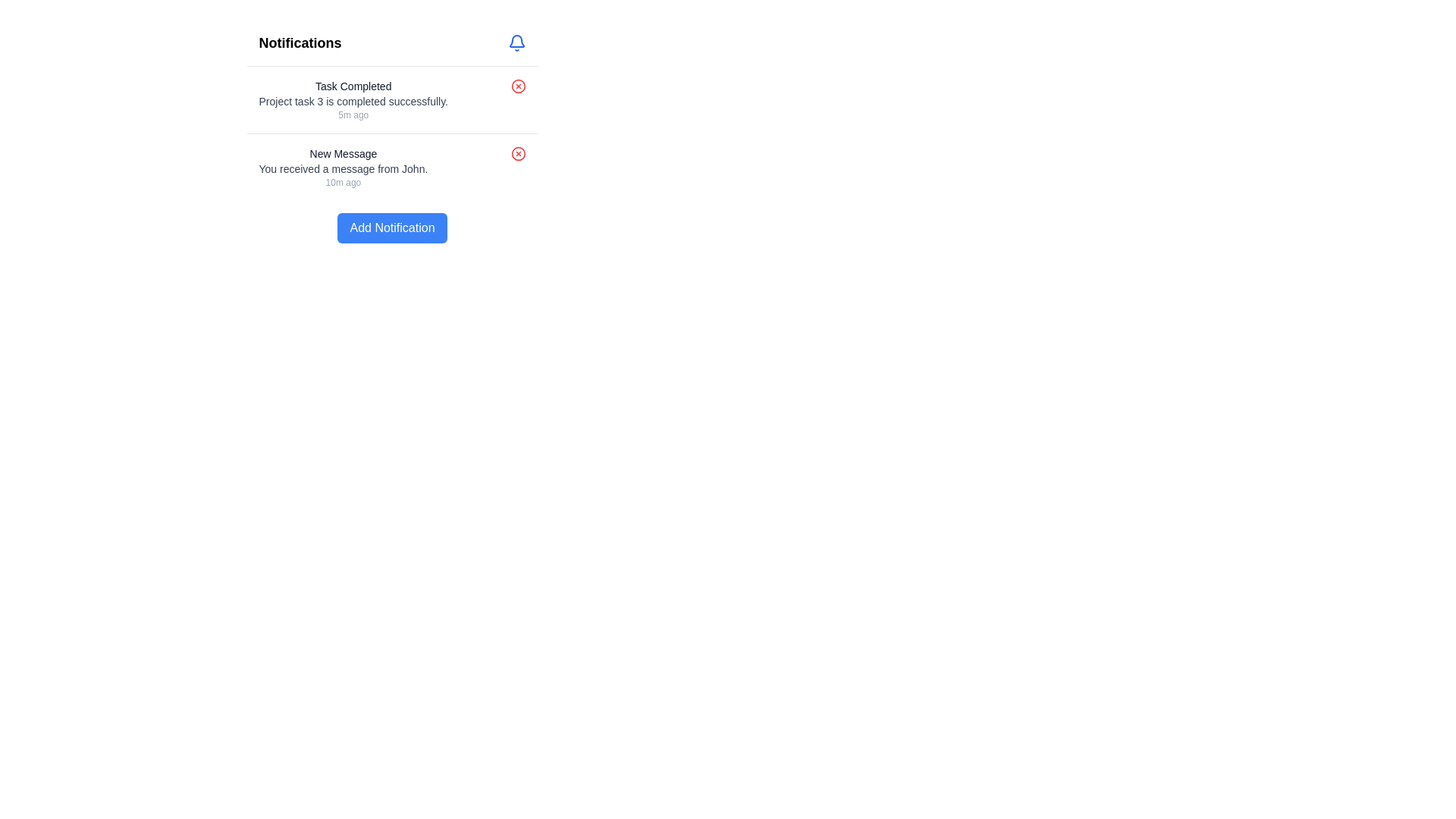 The image size is (1456, 819). What do you see at coordinates (342, 154) in the screenshot?
I see `the 'New Message' label, which is styled in medium-weight and small-sized black font, located at the top of the second notification item above the description 'You received a message from John.'` at bounding box center [342, 154].